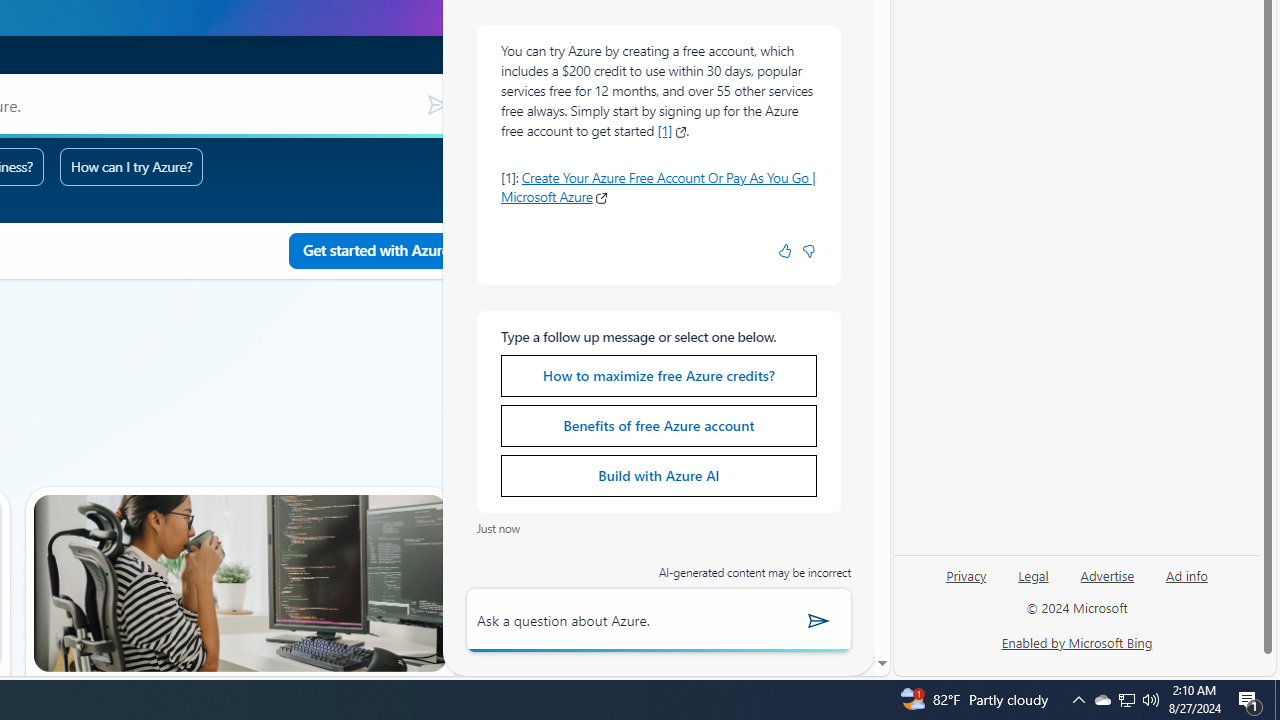  I want to click on 'Send', so click(819, 619).